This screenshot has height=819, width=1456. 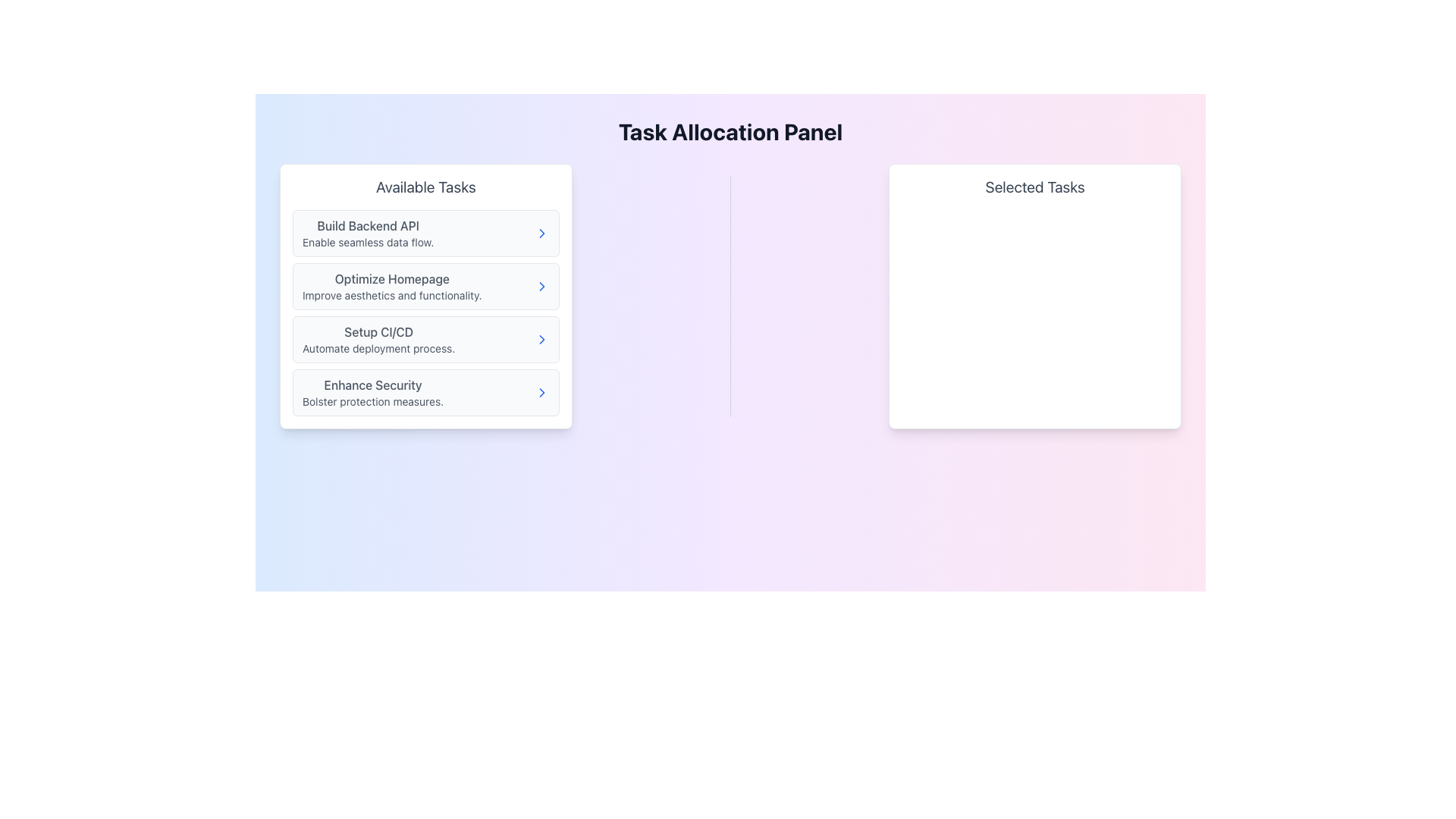 What do you see at coordinates (368, 225) in the screenshot?
I see `the text label indicating the task involves building a backend API` at bounding box center [368, 225].